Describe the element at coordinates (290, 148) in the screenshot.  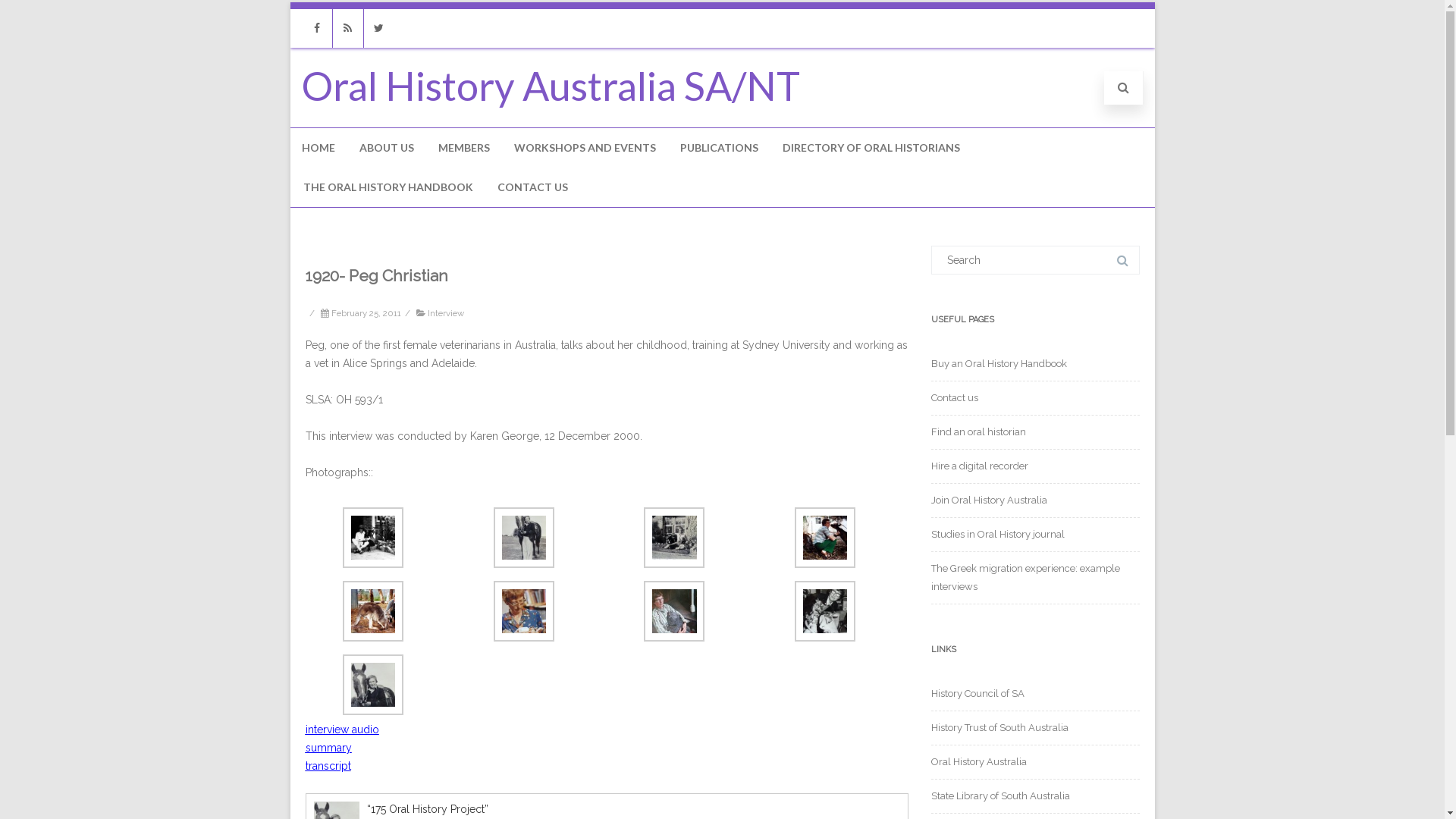
I see `'HOME'` at that location.